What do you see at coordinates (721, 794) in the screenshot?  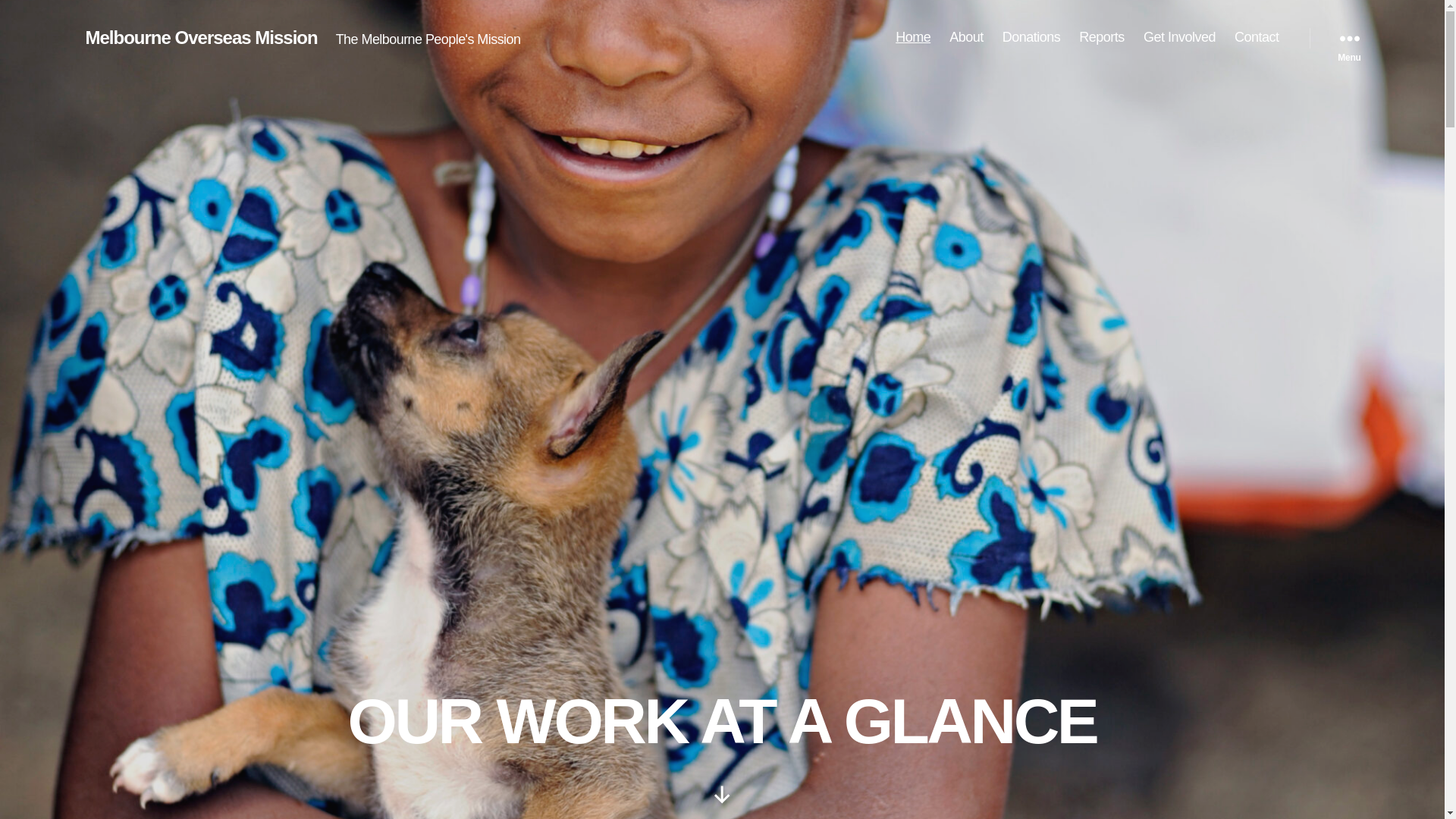 I see `'Scroll Down'` at bounding box center [721, 794].